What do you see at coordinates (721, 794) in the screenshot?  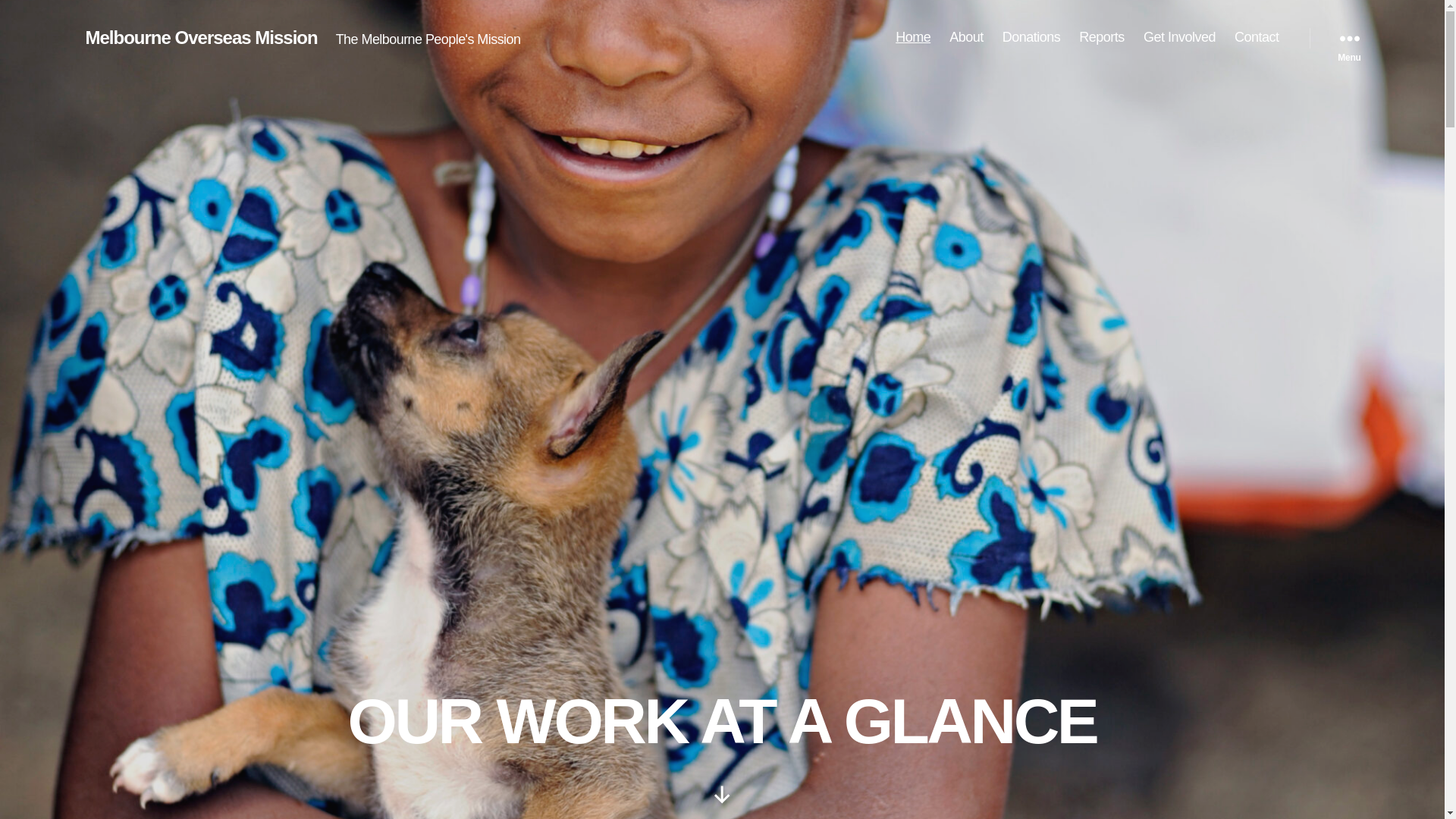 I see `'Scroll Down'` at bounding box center [721, 794].